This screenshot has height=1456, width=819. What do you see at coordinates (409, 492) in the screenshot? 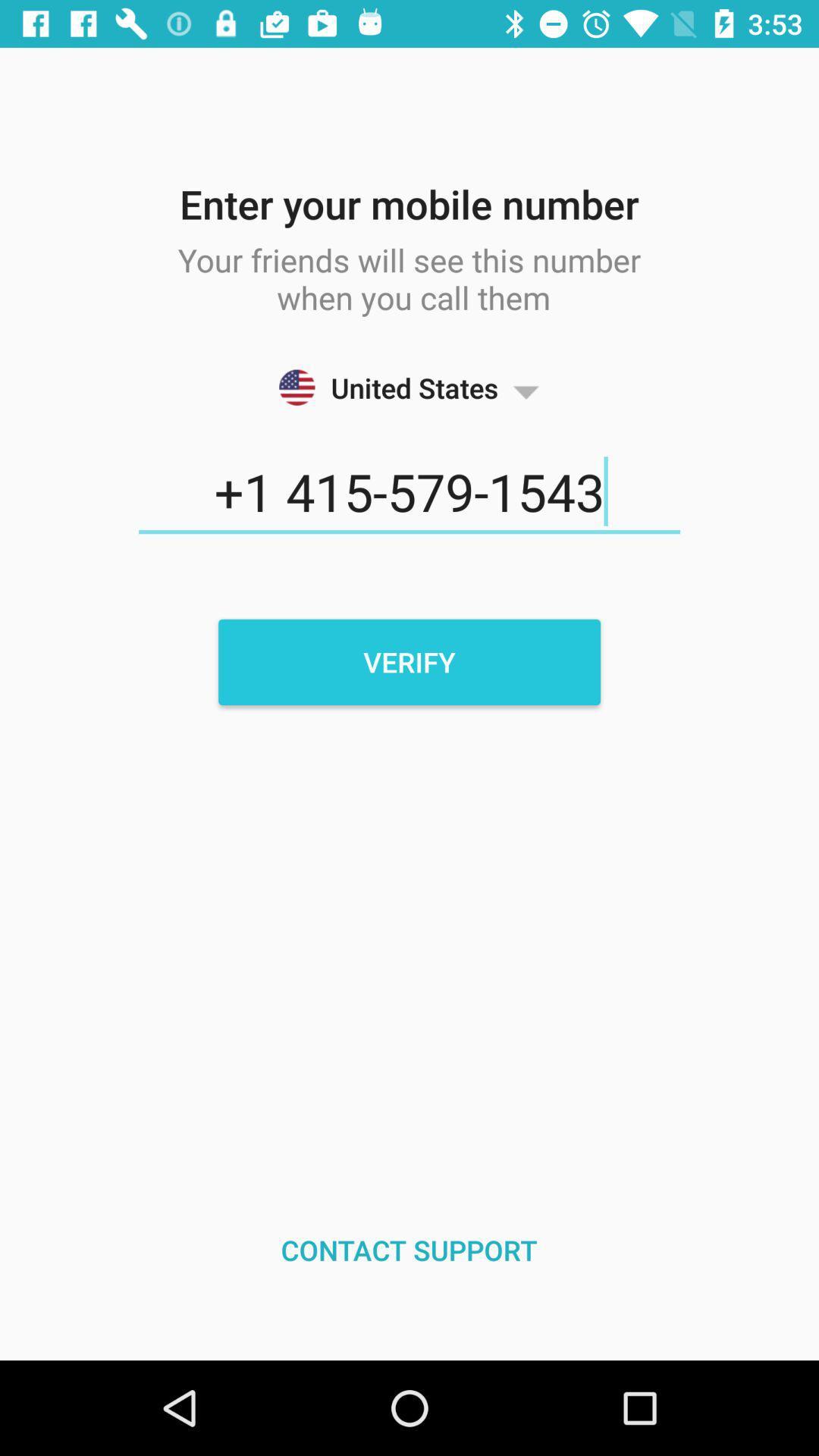
I see `the icon above the verify icon` at bounding box center [409, 492].